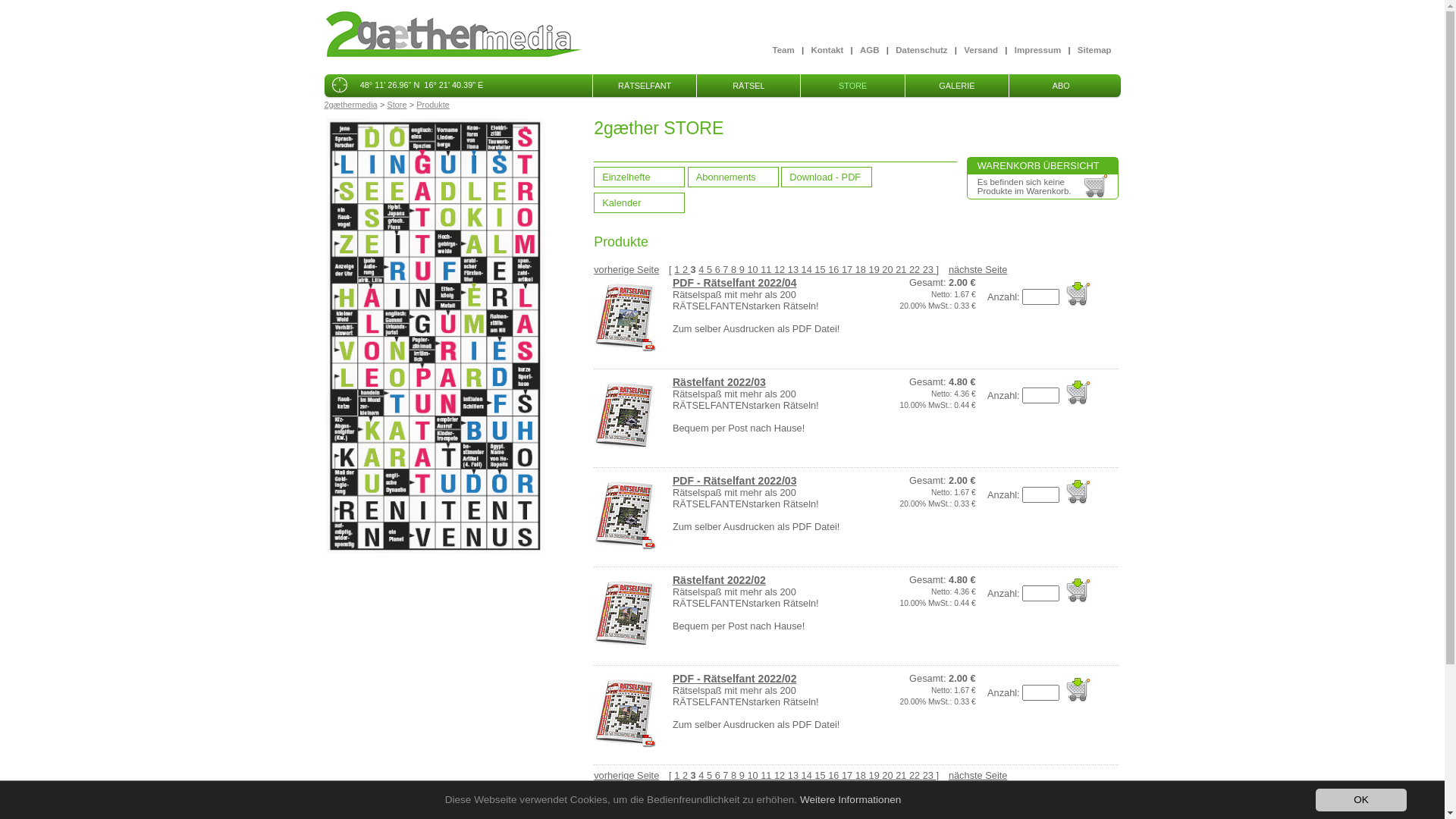 The height and width of the screenshot is (819, 1456). I want to click on 'OK', so click(1361, 799).